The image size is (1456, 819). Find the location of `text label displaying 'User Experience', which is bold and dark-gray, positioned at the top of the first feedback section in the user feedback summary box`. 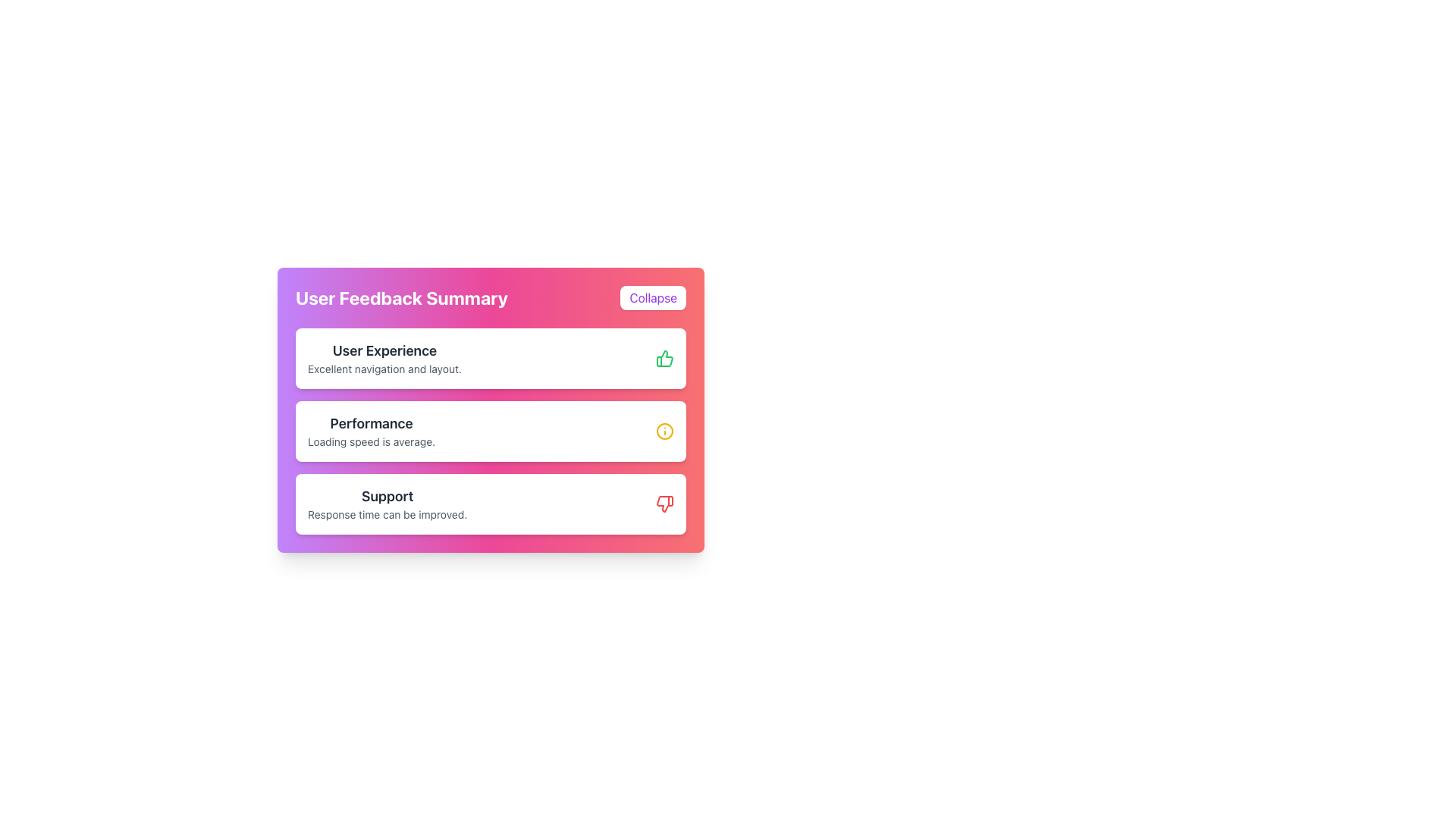

text label displaying 'User Experience', which is bold and dark-gray, positioned at the top of the first feedback section in the user feedback summary box is located at coordinates (384, 350).